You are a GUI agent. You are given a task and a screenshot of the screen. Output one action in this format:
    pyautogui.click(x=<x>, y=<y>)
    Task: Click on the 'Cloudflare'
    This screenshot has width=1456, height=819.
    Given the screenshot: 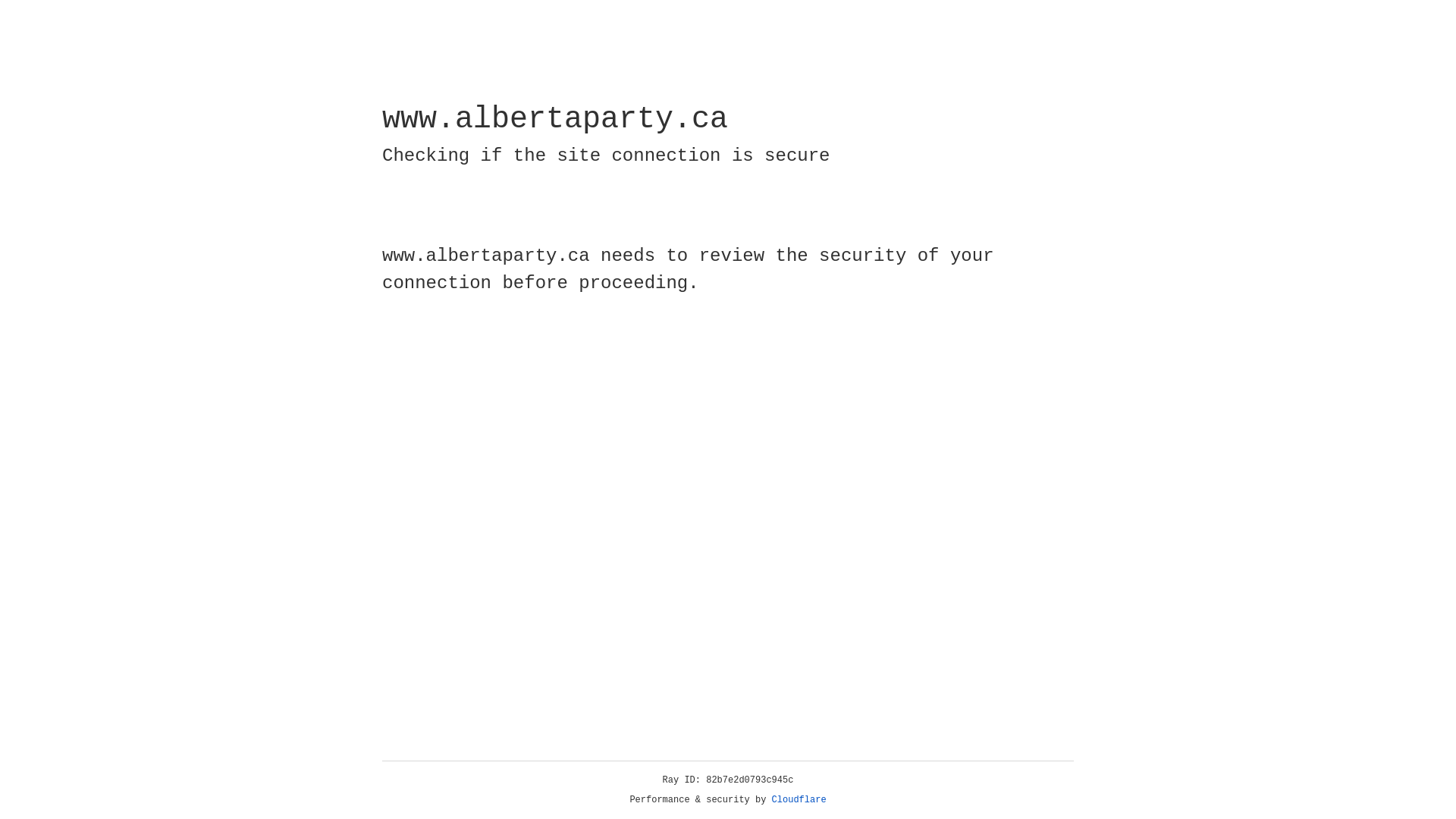 What is the action you would take?
    pyautogui.click(x=799, y=799)
    